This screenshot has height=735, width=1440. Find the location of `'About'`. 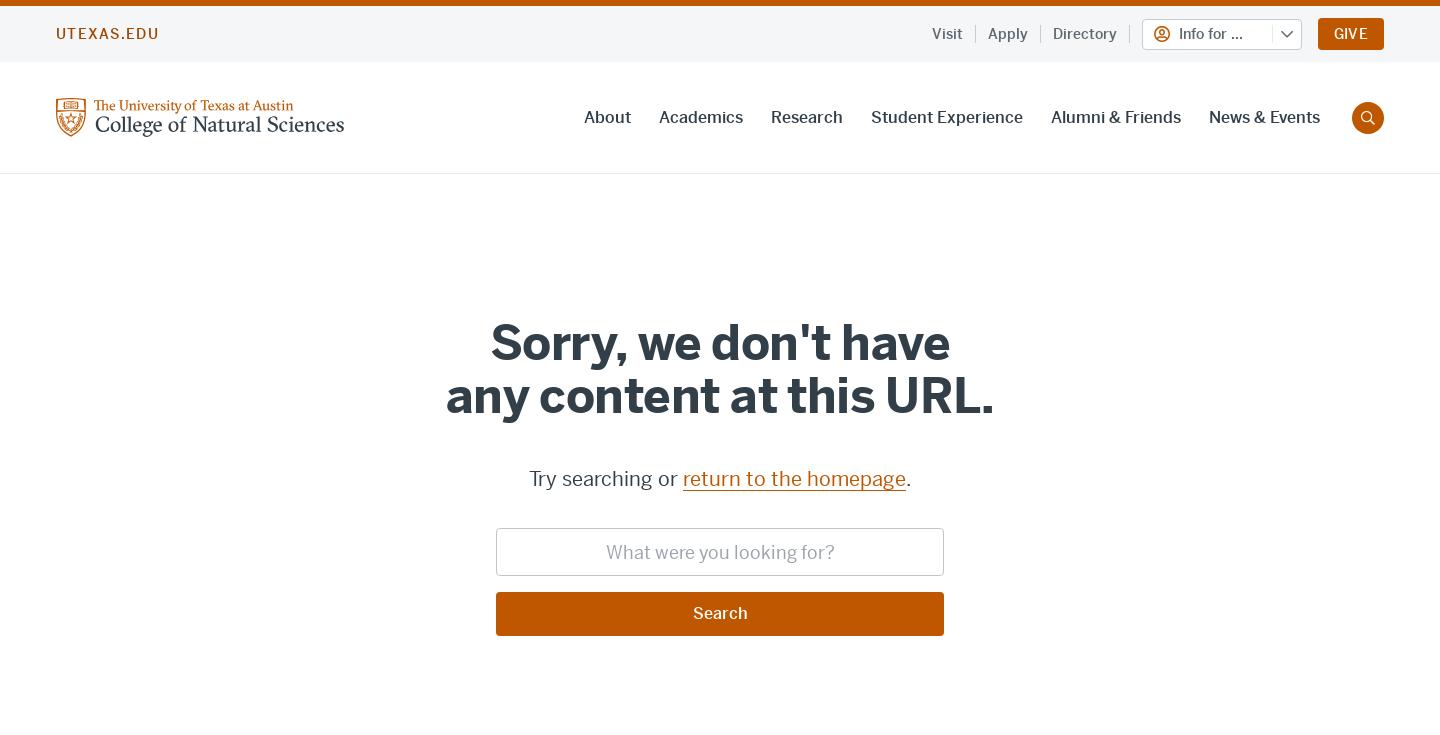

'About' is located at coordinates (606, 116).